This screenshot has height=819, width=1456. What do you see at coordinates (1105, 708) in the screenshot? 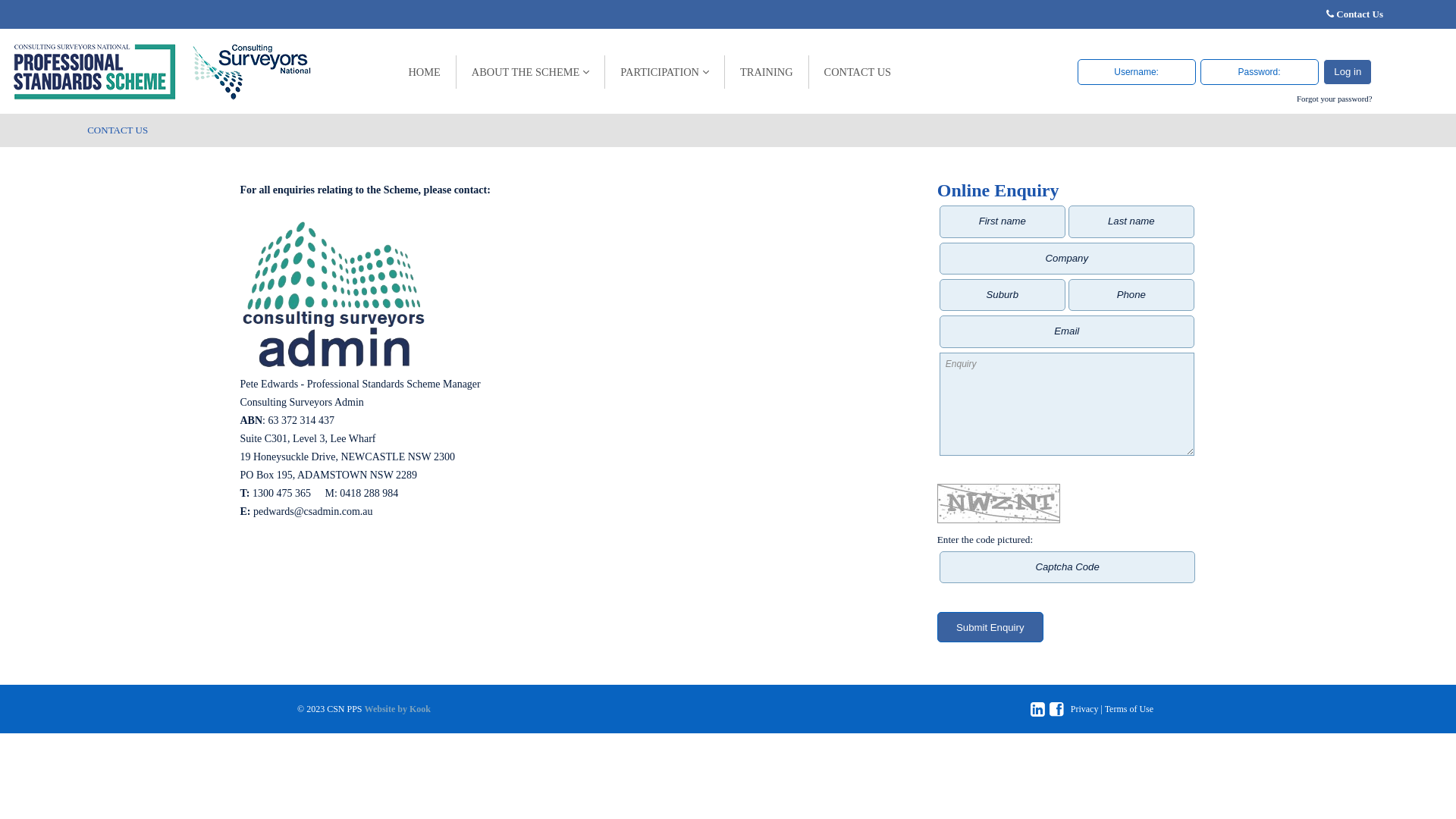
I see `'Terms of Use'` at bounding box center [1105, 708].